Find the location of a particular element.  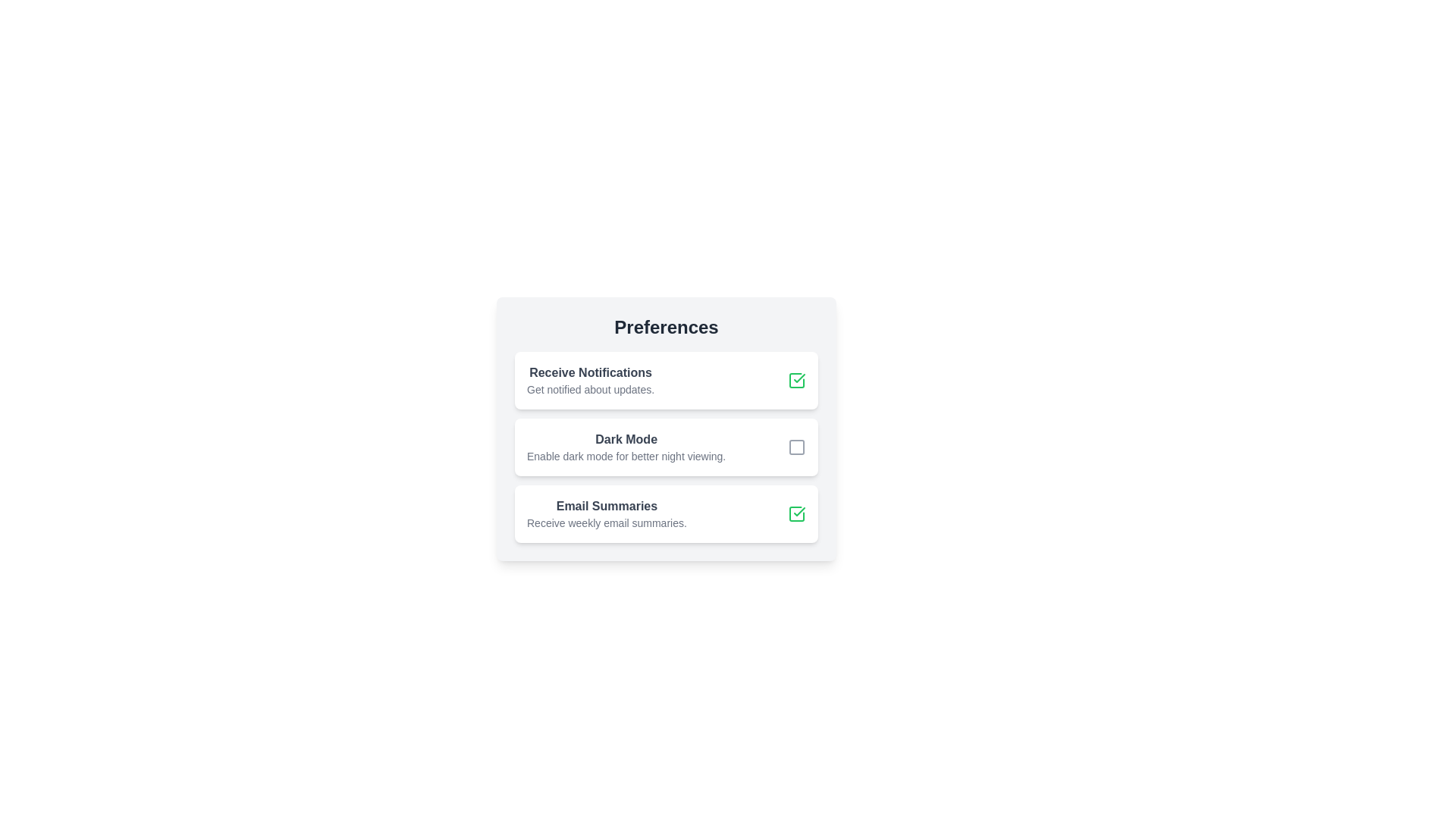

the 'Dark Mode' label and description text block, which is the second element in a vertically-stacked list within the 'Preferences' card, located below 'Receive Notifications' and above 'Email Summaries' is located at coordinates (626, 447).